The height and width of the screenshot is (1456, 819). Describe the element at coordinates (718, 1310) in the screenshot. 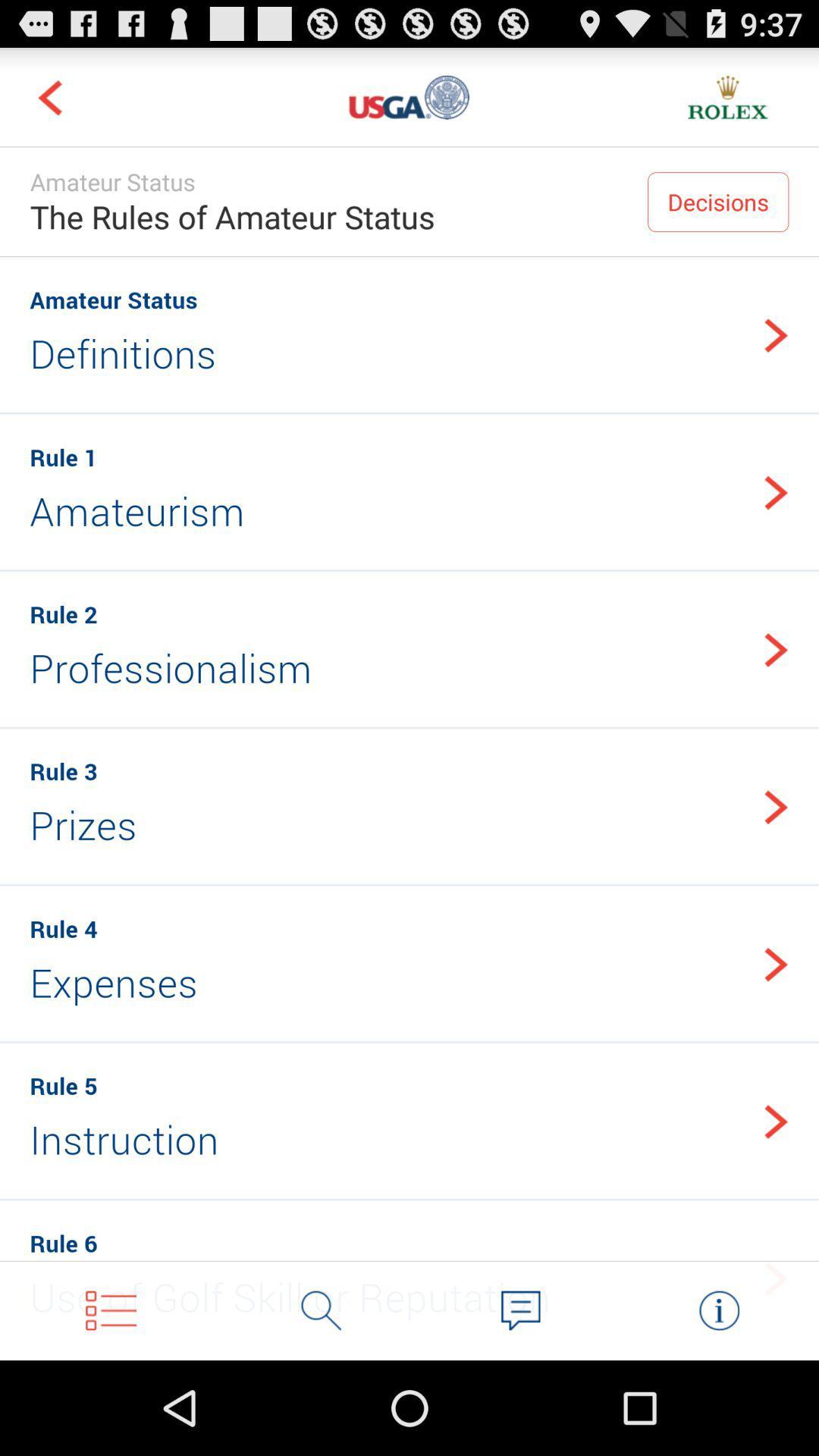

I see `more information` at that location.